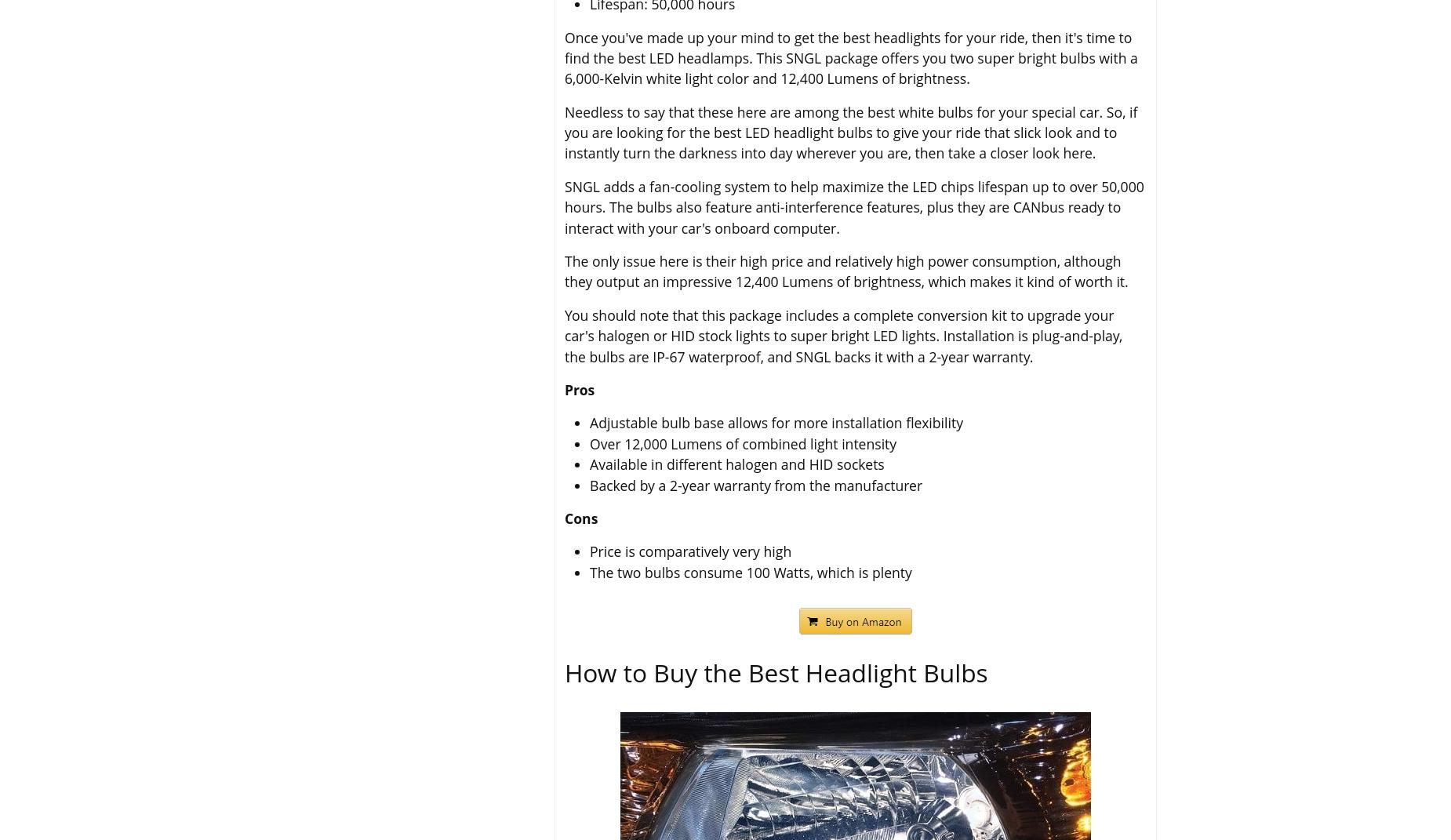 This screenshot has height=840, width=1451. Describe the element at coordinates (755, 483) in the screenshot. I see `'Backed by a 2-year warranty from the manufacturer'` at that location.